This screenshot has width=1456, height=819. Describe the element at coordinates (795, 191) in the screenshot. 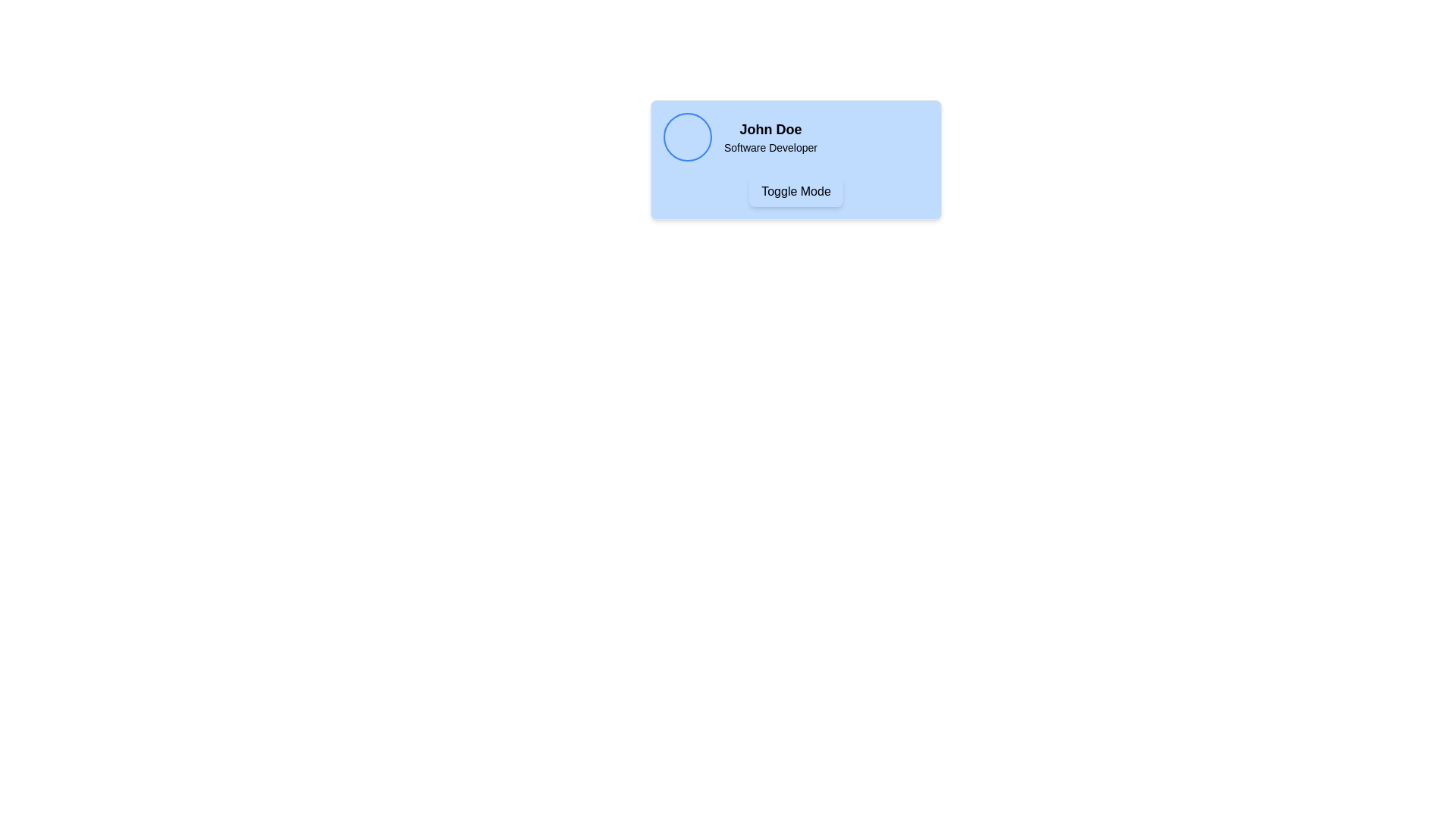

I see `the 'Toggle Mode' button, which is a rectangular button with a light theme and rounded borders, located below the name and profession text in the card section` at that location.